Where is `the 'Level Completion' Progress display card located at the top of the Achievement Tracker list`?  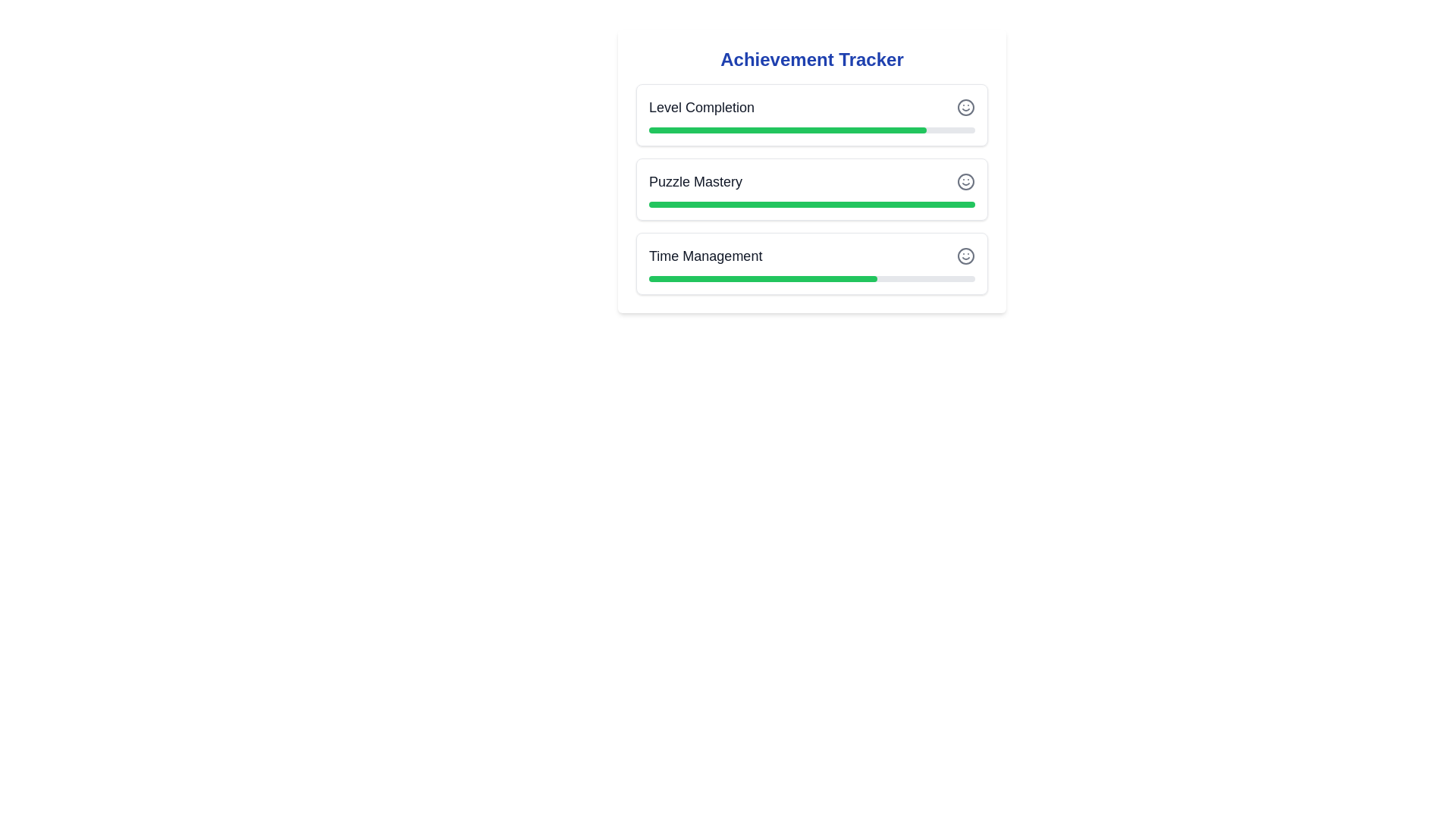
the 'Level Completion' Progress display card located at the top of the Achievement Tracker list is located at coordinates (811, 114).